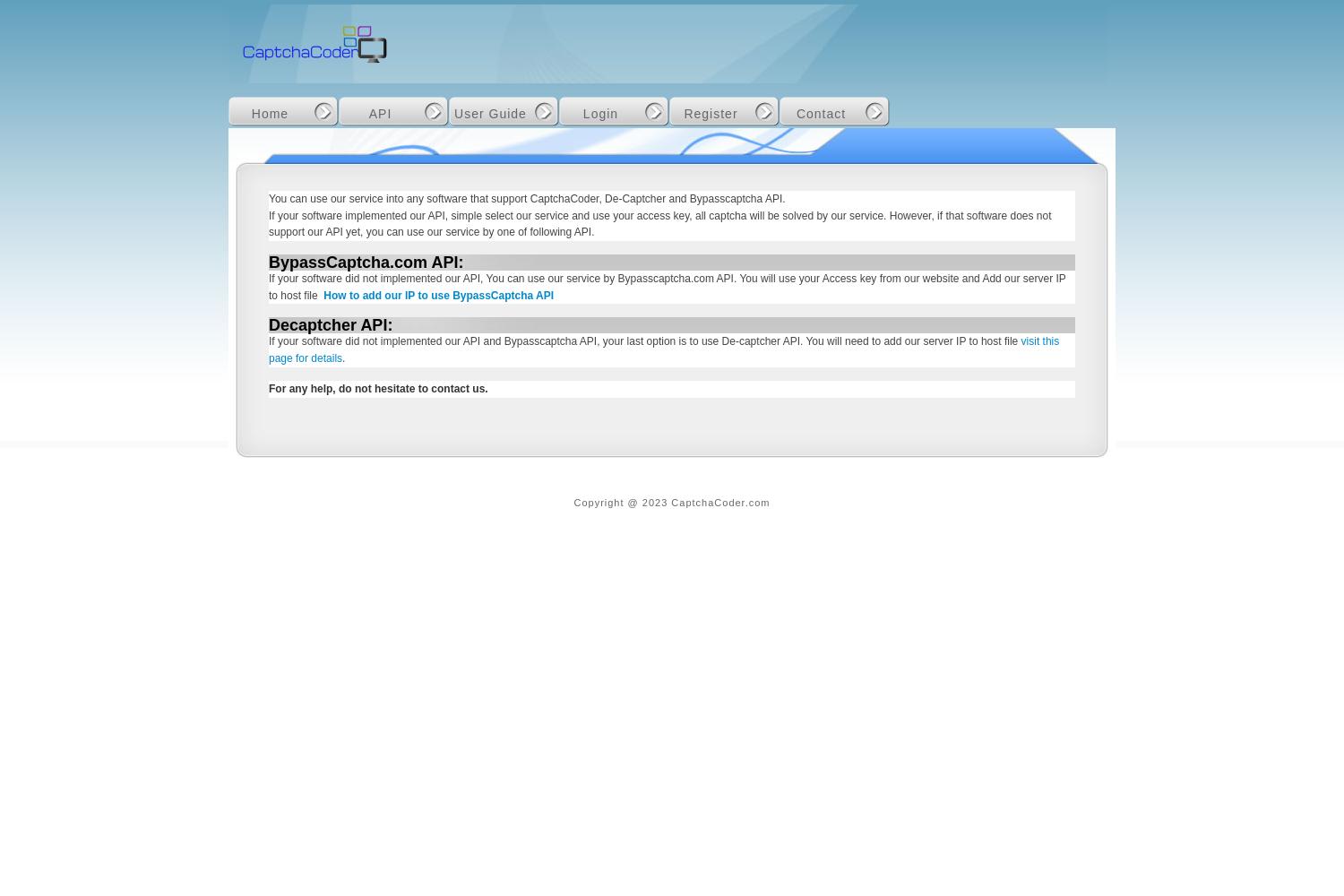 The height and width of the screenshot is (896, 1344). What do you see at coordinates (269, 349) in the screenshot?
I see `'visit this page for details'` at bounding box center [269, 349].